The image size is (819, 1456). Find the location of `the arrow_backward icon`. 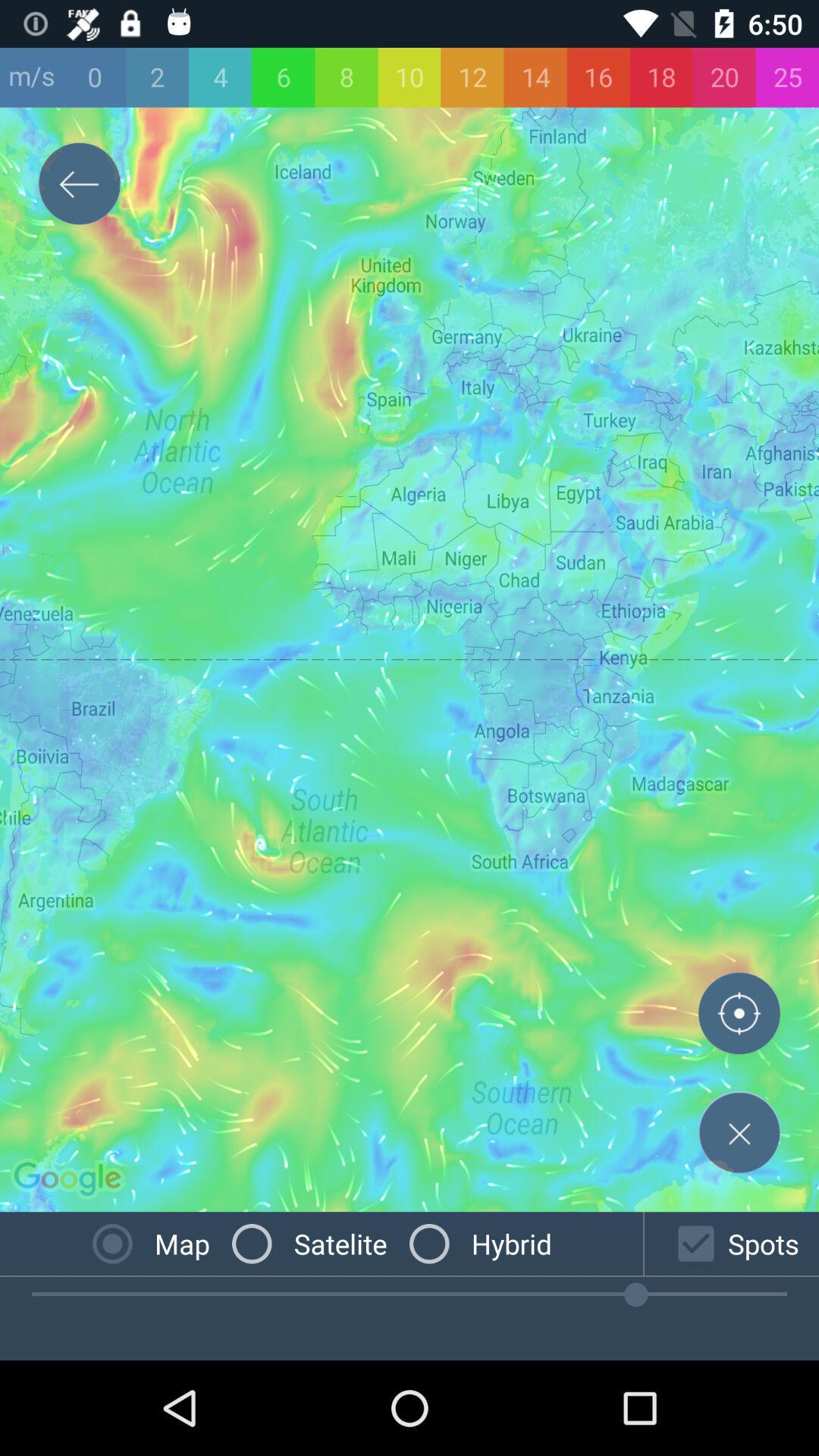

the arrow_backward icon is located at coordinates (79, 186).